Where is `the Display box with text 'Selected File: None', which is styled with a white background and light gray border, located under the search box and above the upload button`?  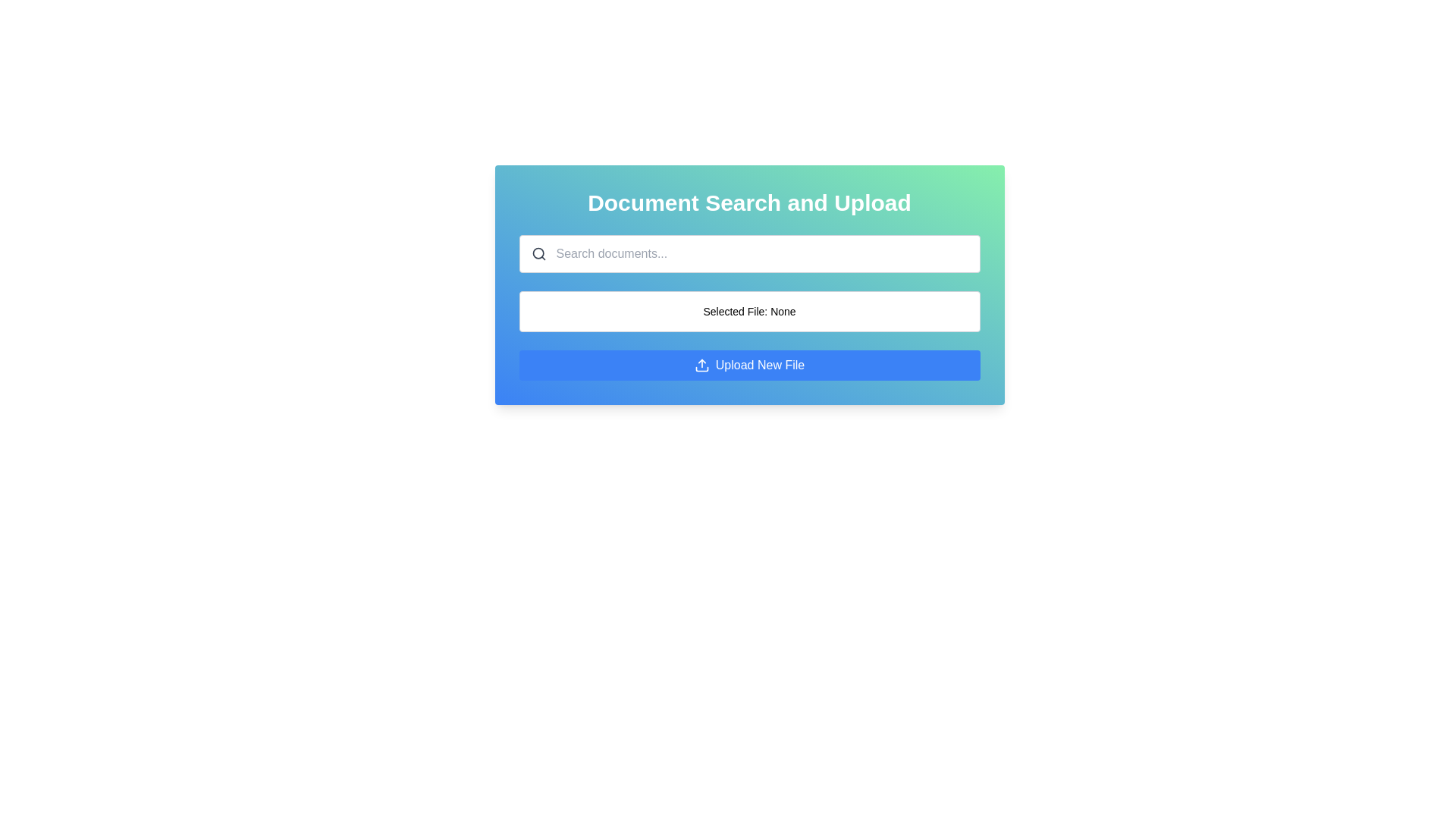
the Display box with text 'Selected File: None', which is styled with a white background and light gray border, located under the search box and above the upload button is located at coordinates (749, 311).